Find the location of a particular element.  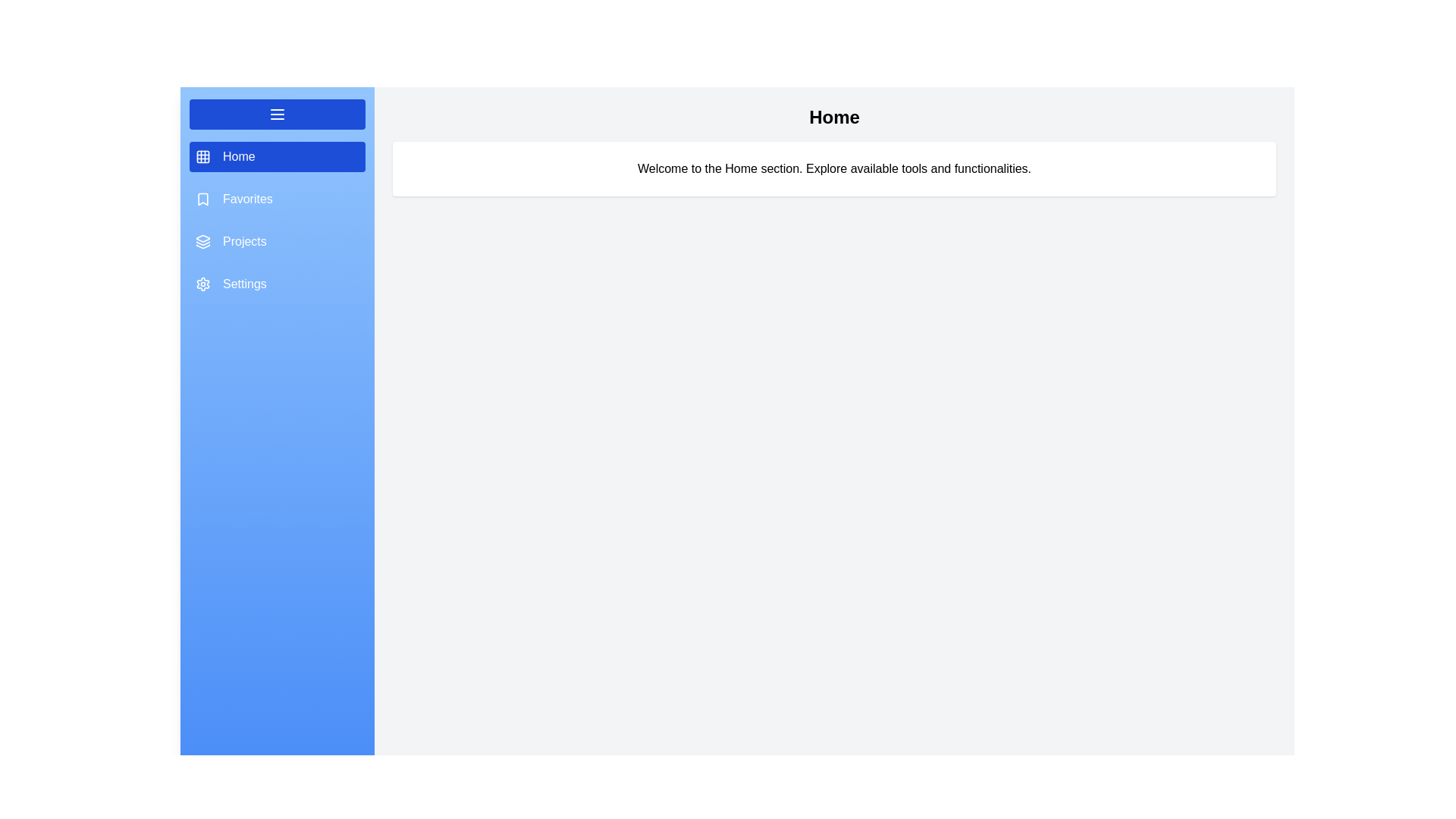

the section Projects from the menu is located at coordinates (277, 241).